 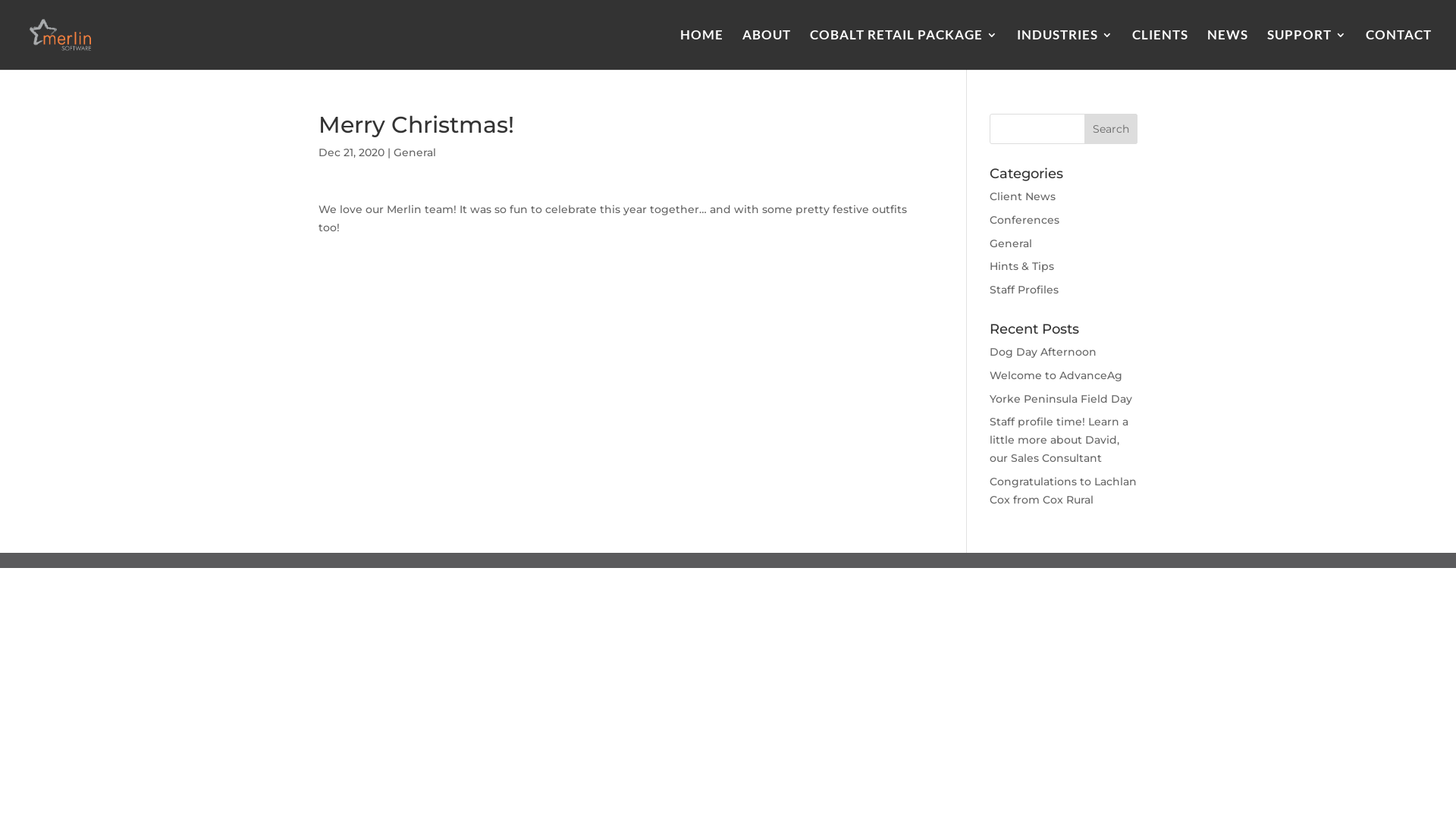 I want to click on 'COBALT RETAIL PACKAGE', so click(x=903, y=49).